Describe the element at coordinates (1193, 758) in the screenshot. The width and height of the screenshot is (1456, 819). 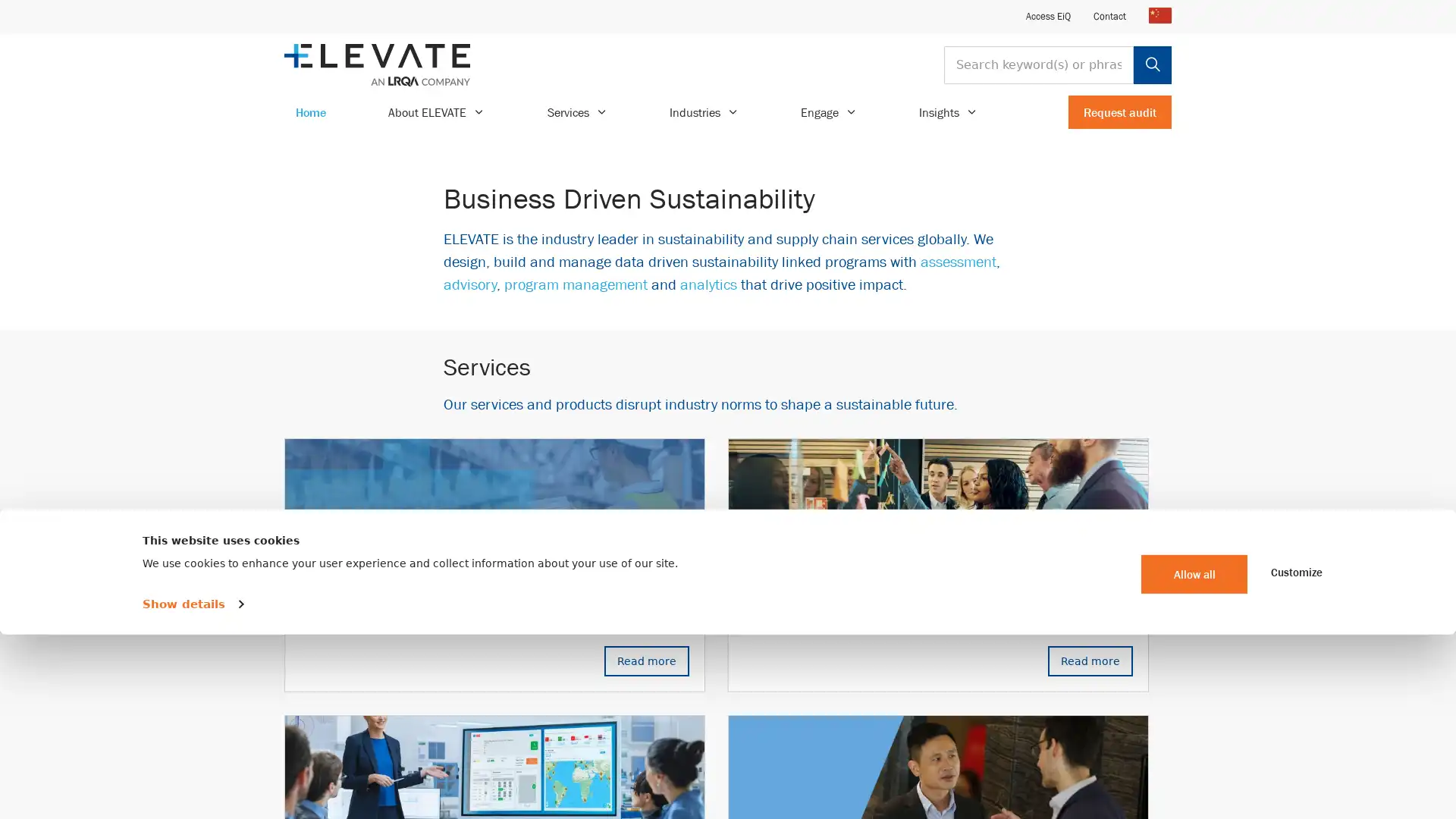
I see `Allow all` at that location.